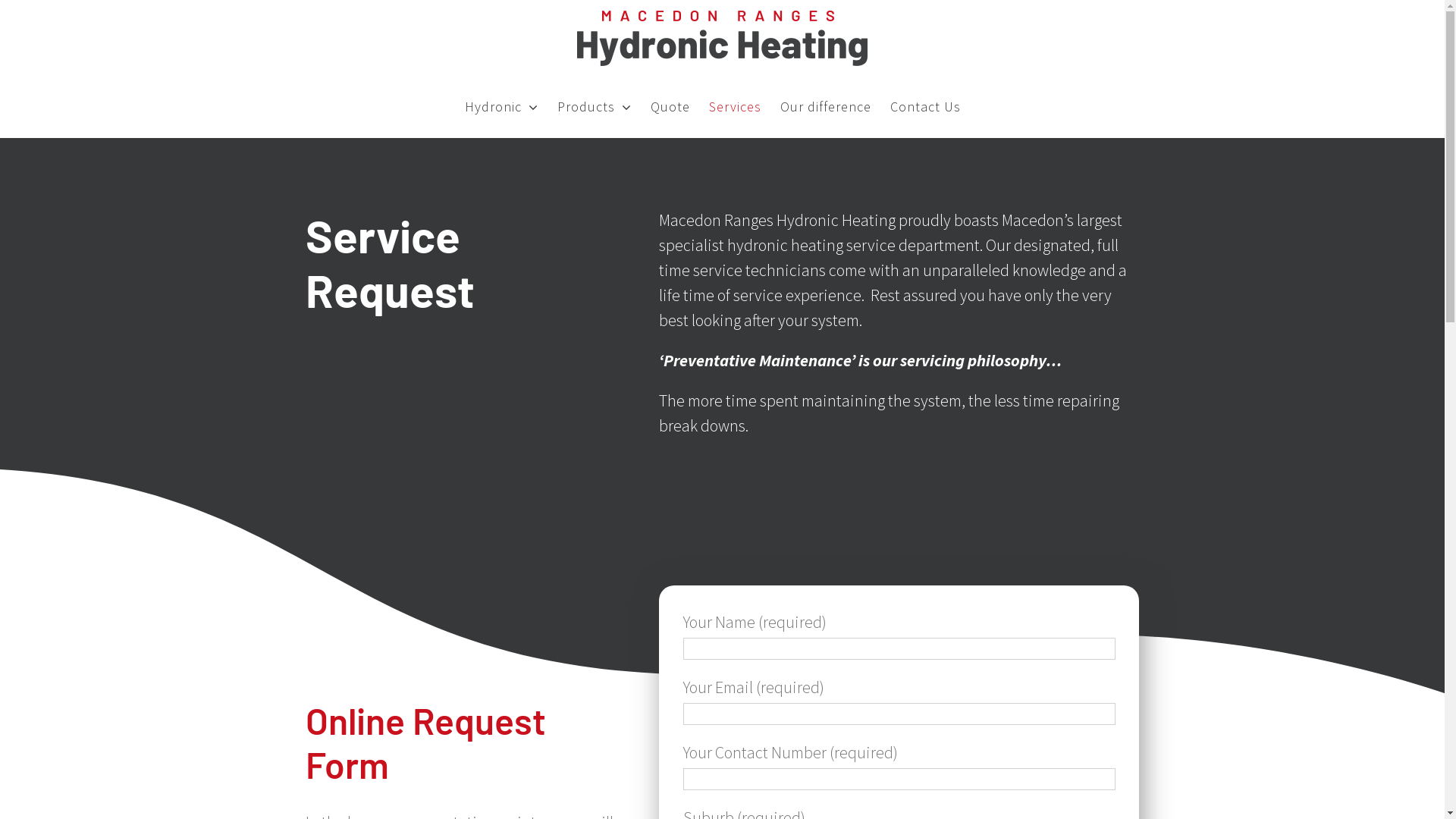 The image size is (1456, 819). What do you see at coordinates (593, 106) in the screenshot?
I see `'Products'` at bounding box center [593, 106].